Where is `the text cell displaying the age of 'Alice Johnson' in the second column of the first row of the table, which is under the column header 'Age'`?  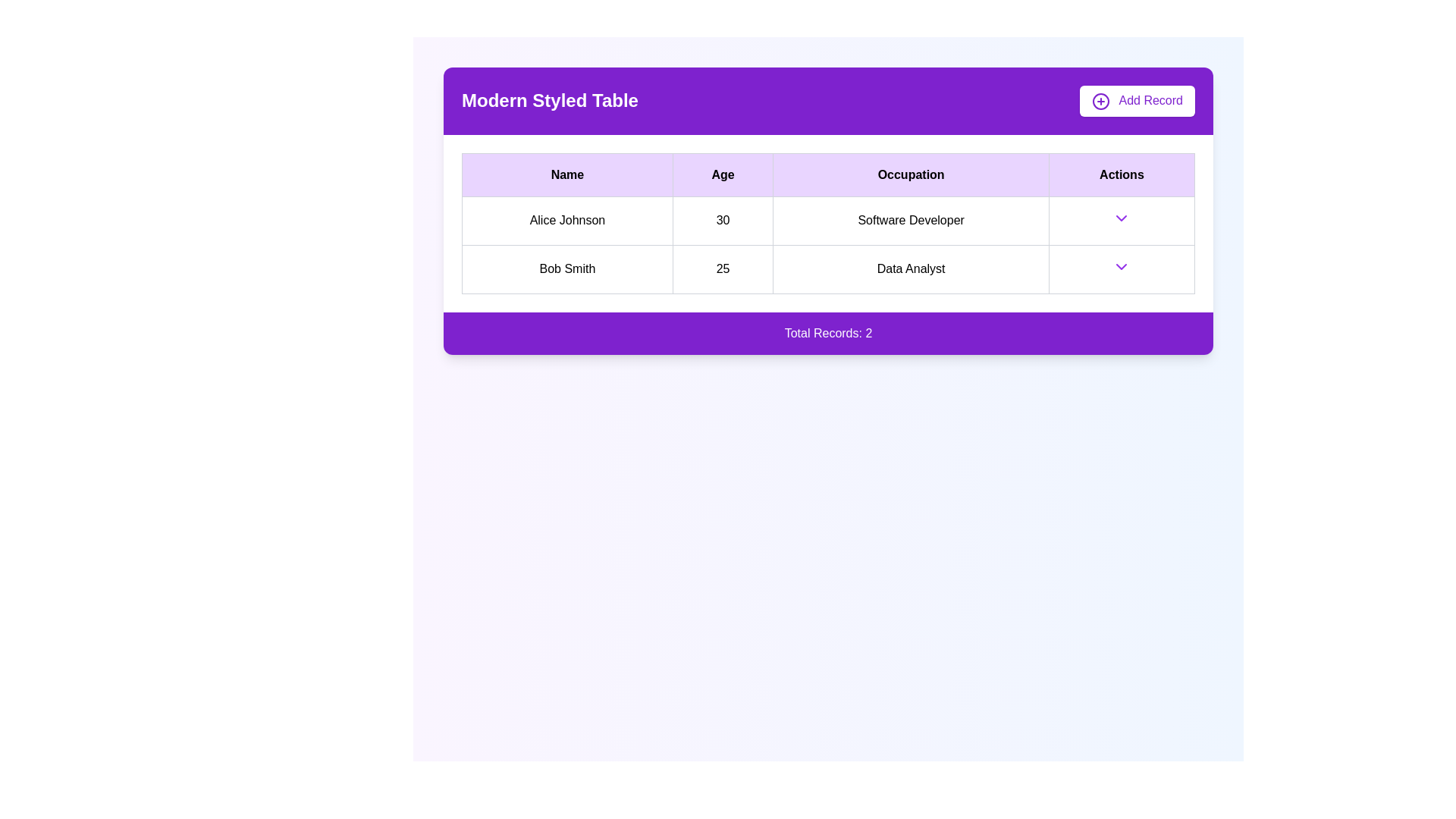 the text cell displaying the age of 'Alice Johnson' in the second column of the first row of the table, which is under the column header 'Age' is located at coordinates (722, 221).